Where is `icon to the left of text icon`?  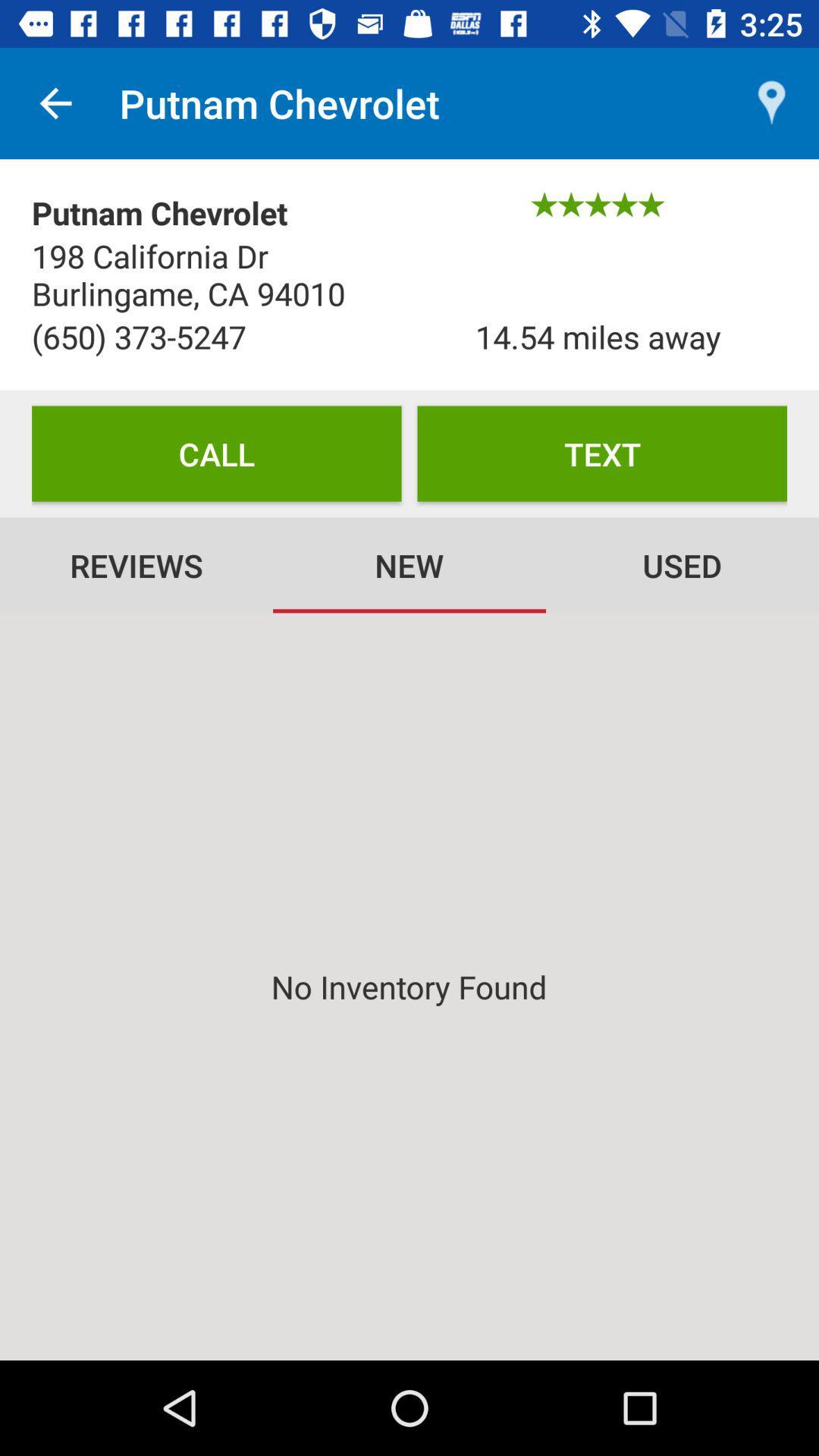 icon to the left of text icon is located at coordinates (216, 453).